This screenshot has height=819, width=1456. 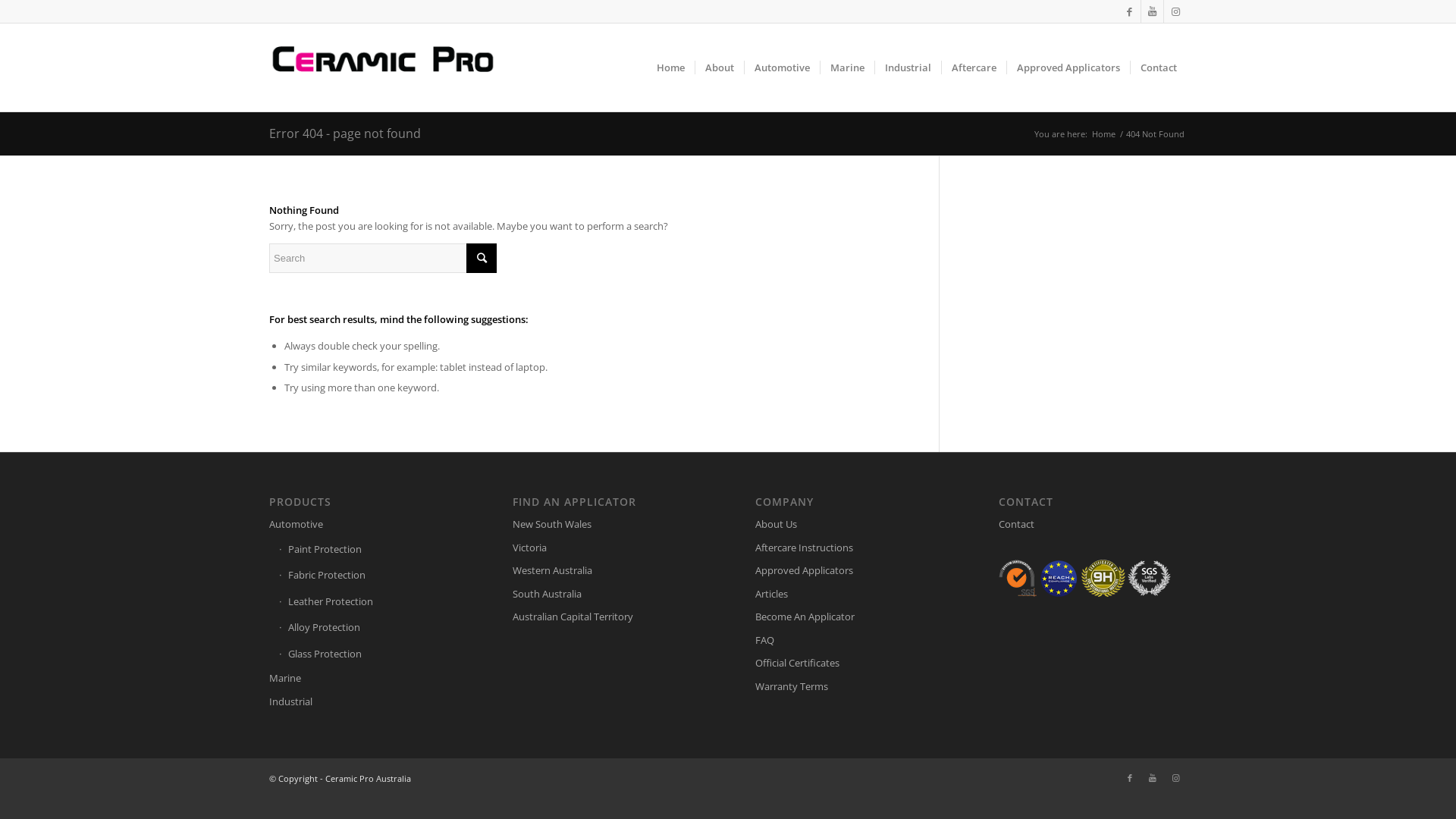 What do you see at coordinates (718, 66) in the screenshot?
I see `'About'` at bounding box center [718, 66].